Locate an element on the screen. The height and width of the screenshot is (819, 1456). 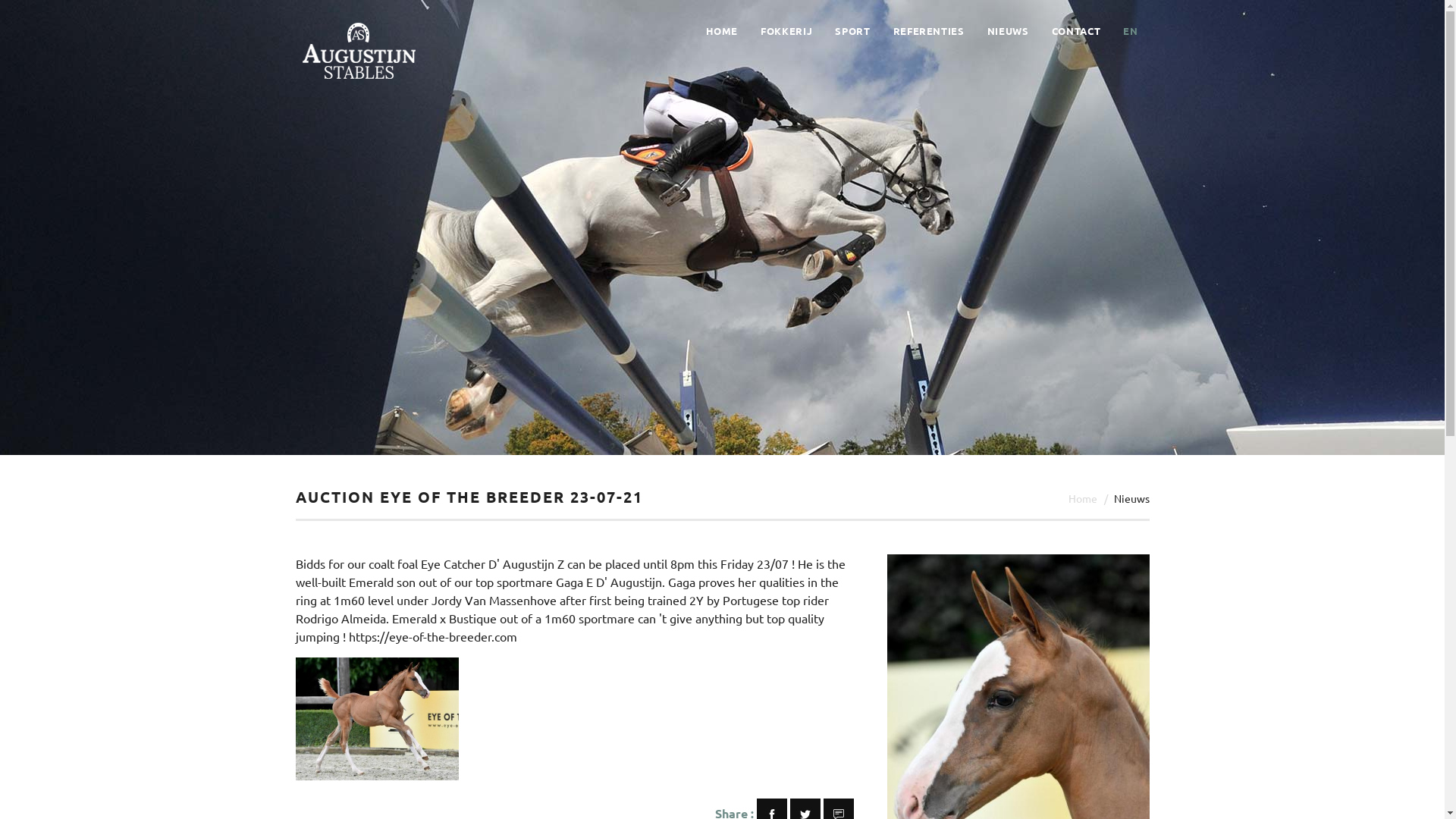
'WEBSITE BY PWEB' is located at coordinates (837, 794).